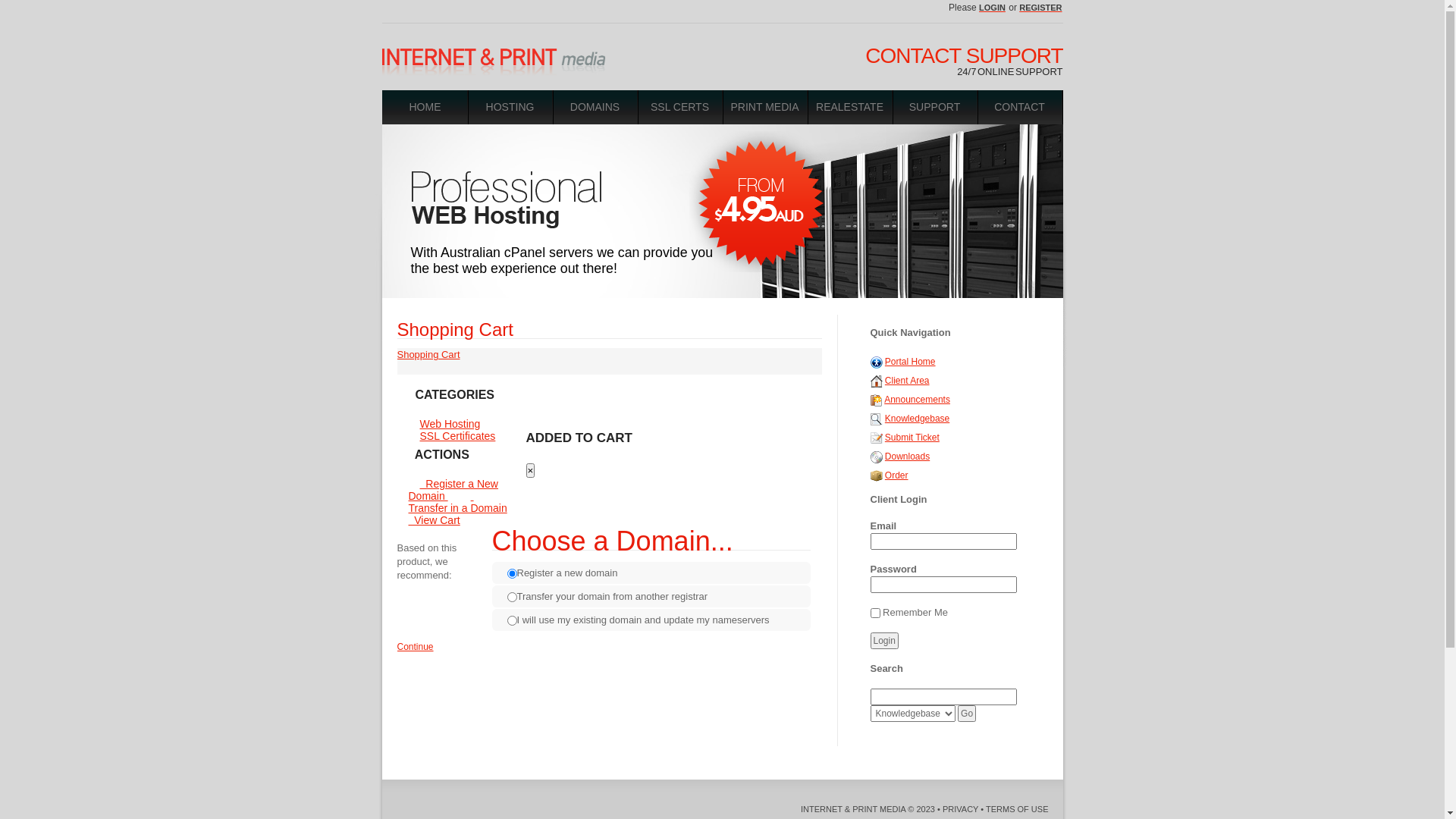 The height and width of the screenshot is (819, 1456). Describe the element at coordinates (679, 106) in the screenshot. I see `'SSL CERTS'` at that location.